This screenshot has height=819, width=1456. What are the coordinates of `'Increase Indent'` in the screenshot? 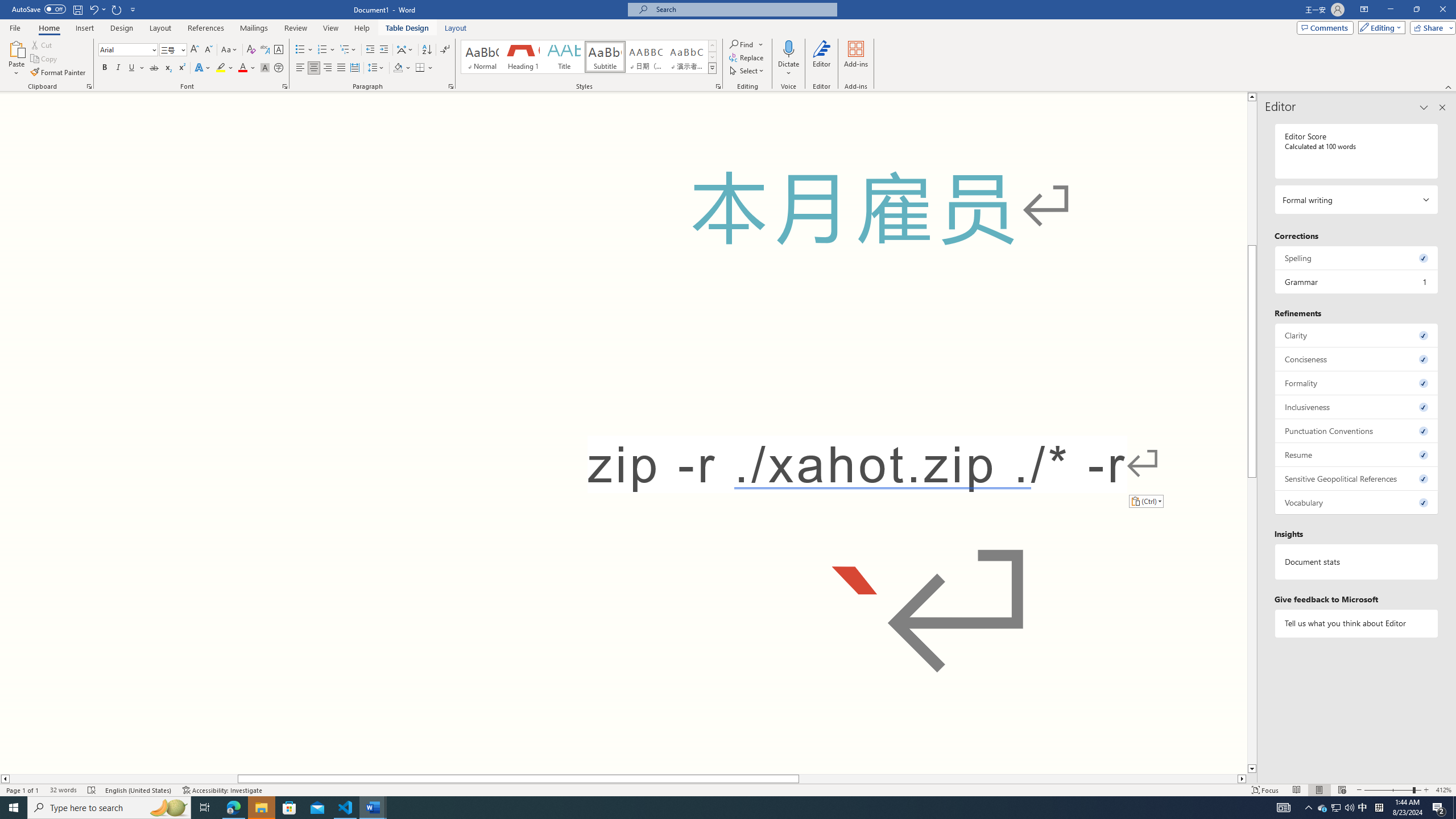 It's located at (383, 49).